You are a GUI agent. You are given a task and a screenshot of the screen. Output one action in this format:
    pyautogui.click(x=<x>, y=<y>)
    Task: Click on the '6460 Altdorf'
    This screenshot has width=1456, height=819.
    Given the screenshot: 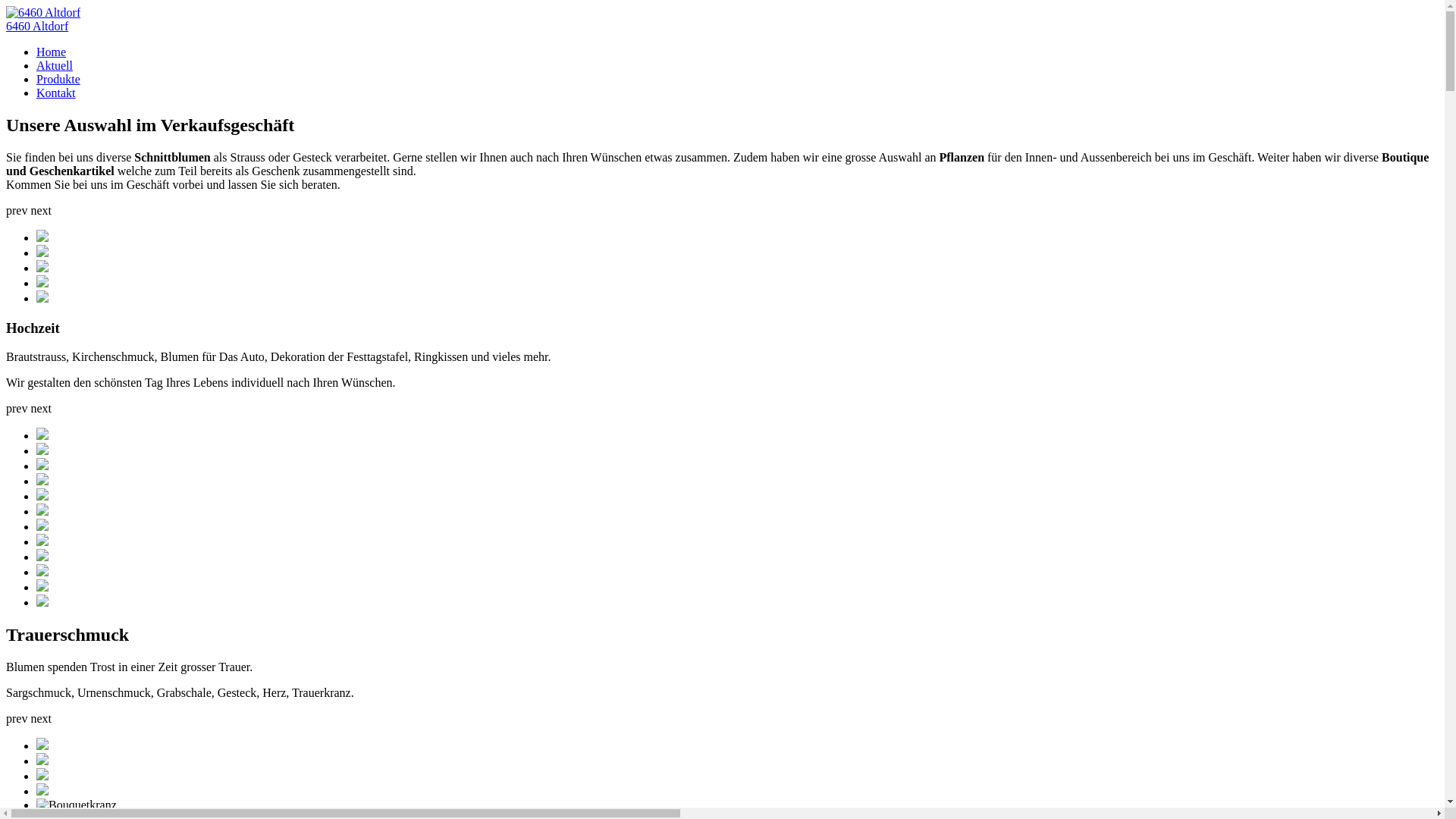 What is the action you would take?
    pyautogui.click(x=36, y=26)
    